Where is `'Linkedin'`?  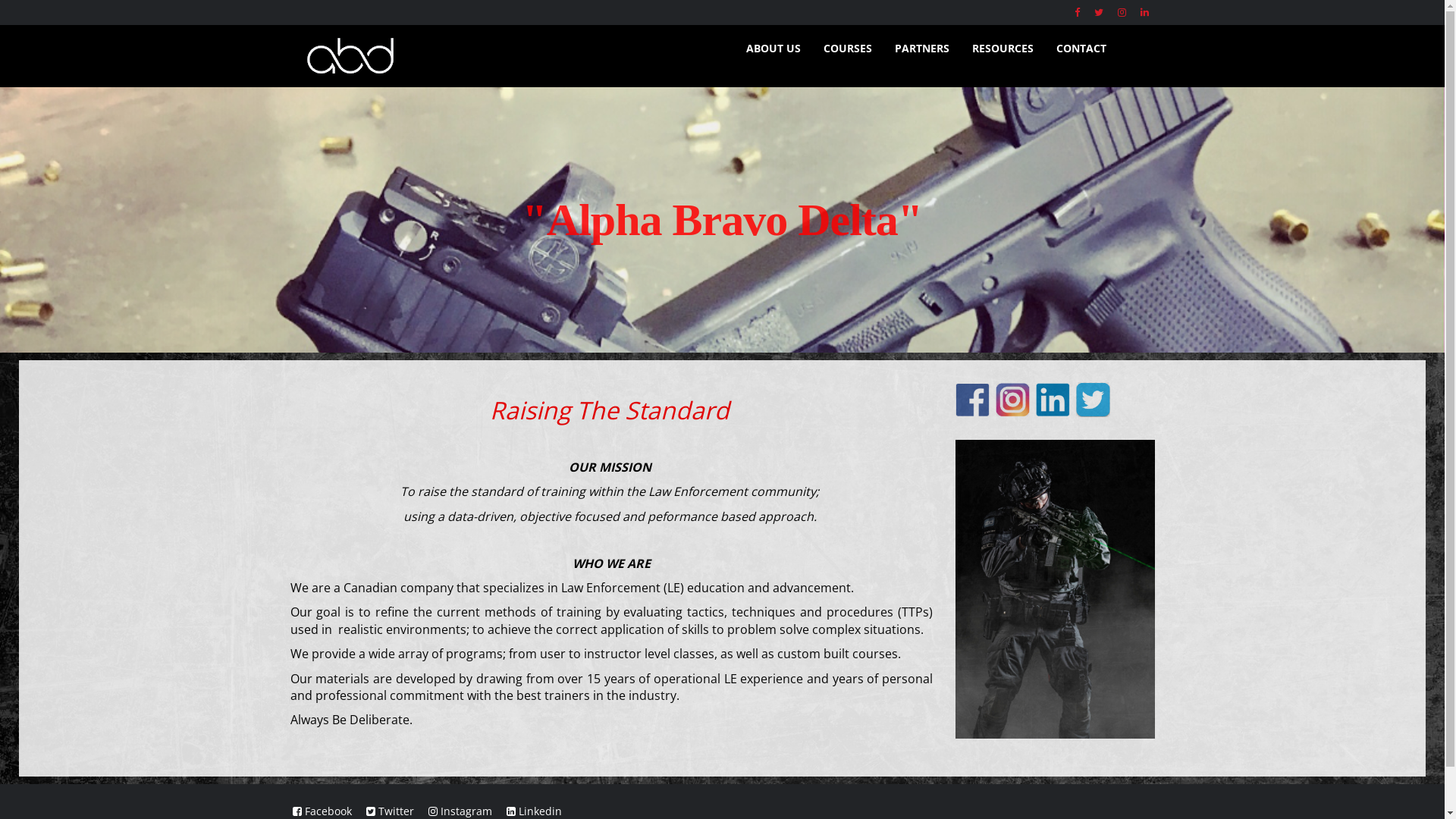 'Linkedin' is located at coordinates (534, 810).